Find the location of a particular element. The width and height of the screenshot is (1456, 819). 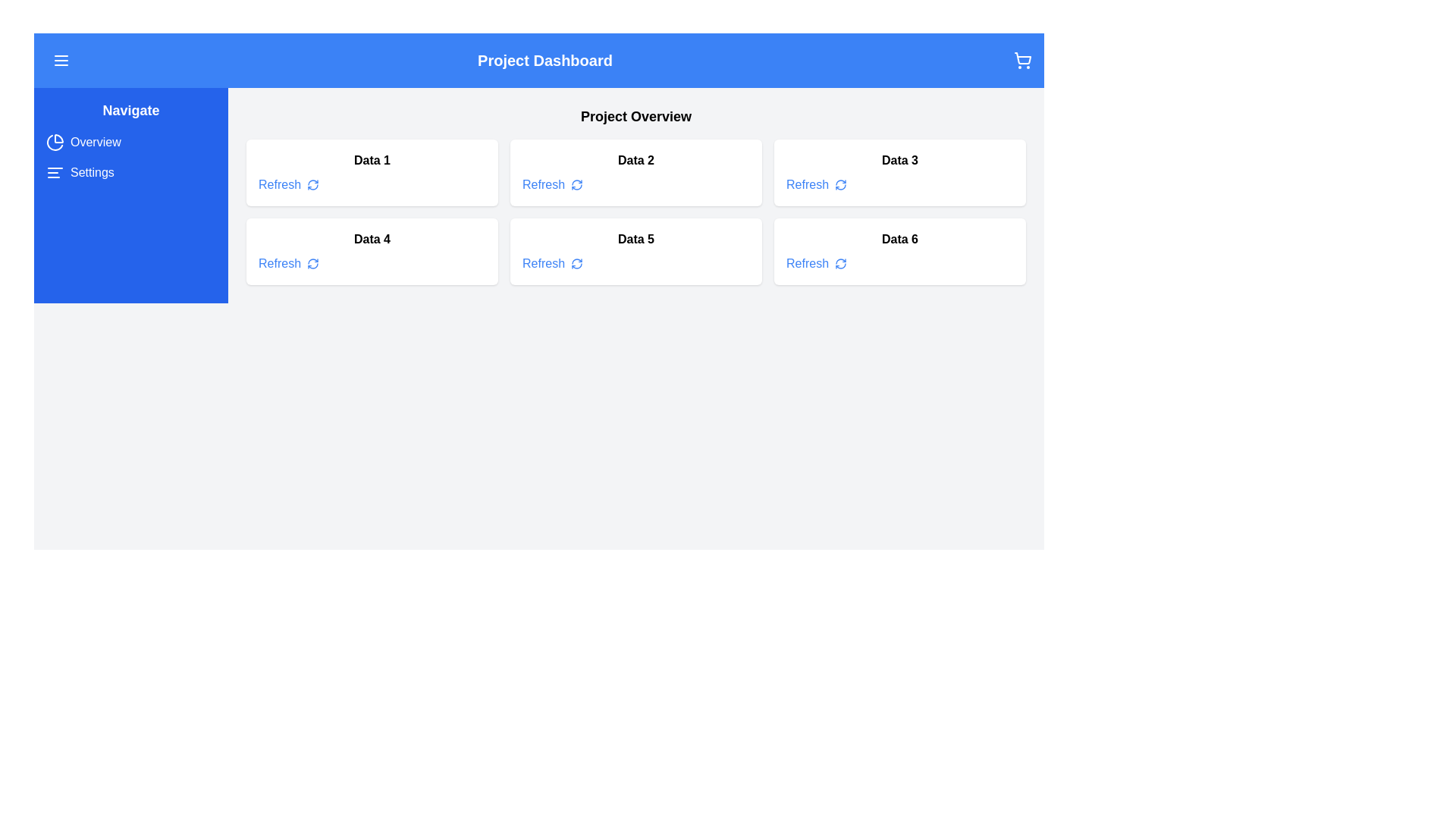

the text label in the lower-middle card of the dashboard, which indicates the content or purpose of that specific card is located at coordinates (636, 239).